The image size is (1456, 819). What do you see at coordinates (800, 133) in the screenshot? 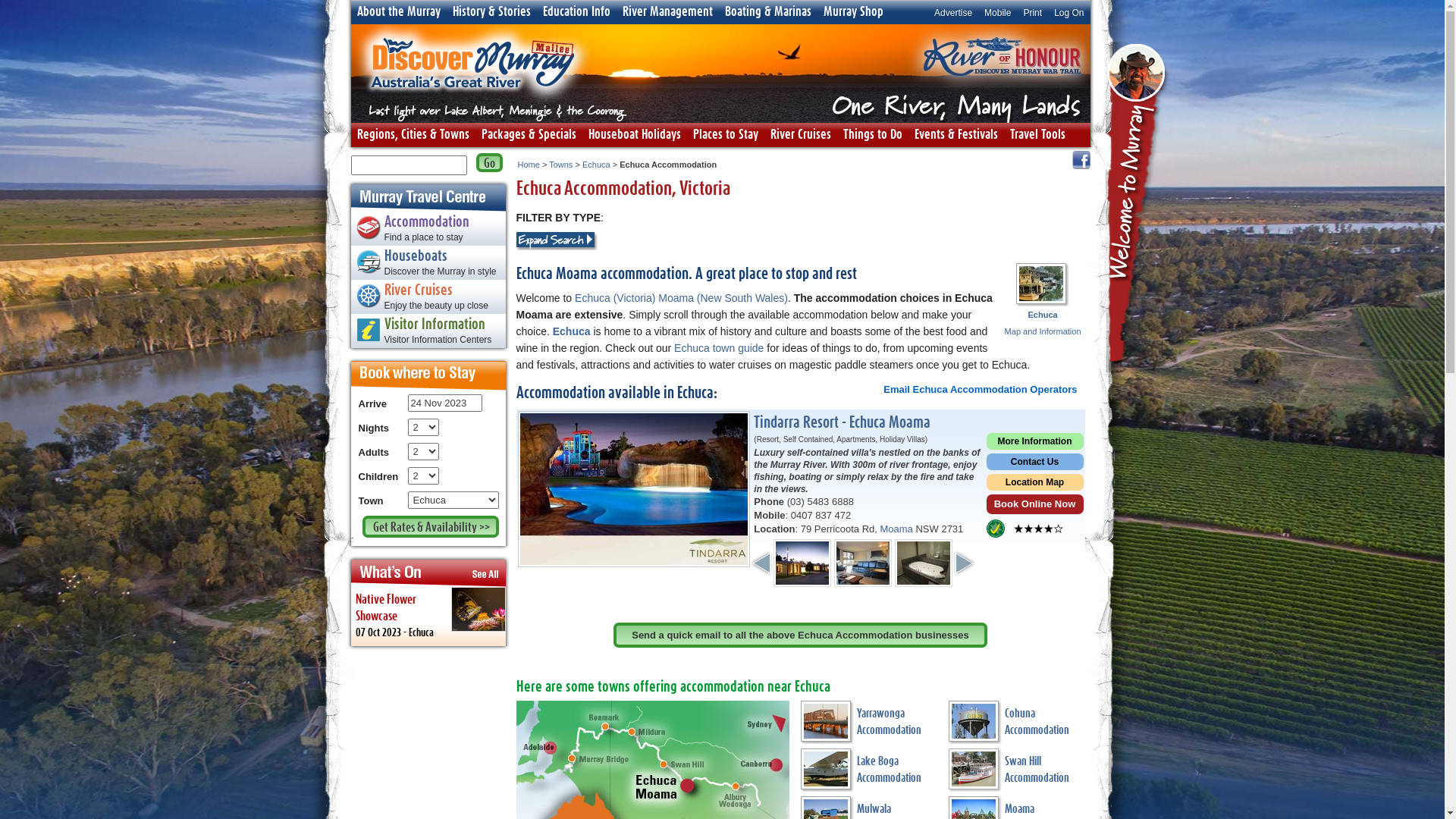
I see `'River Cruises'` at bounding box center [800, 133].